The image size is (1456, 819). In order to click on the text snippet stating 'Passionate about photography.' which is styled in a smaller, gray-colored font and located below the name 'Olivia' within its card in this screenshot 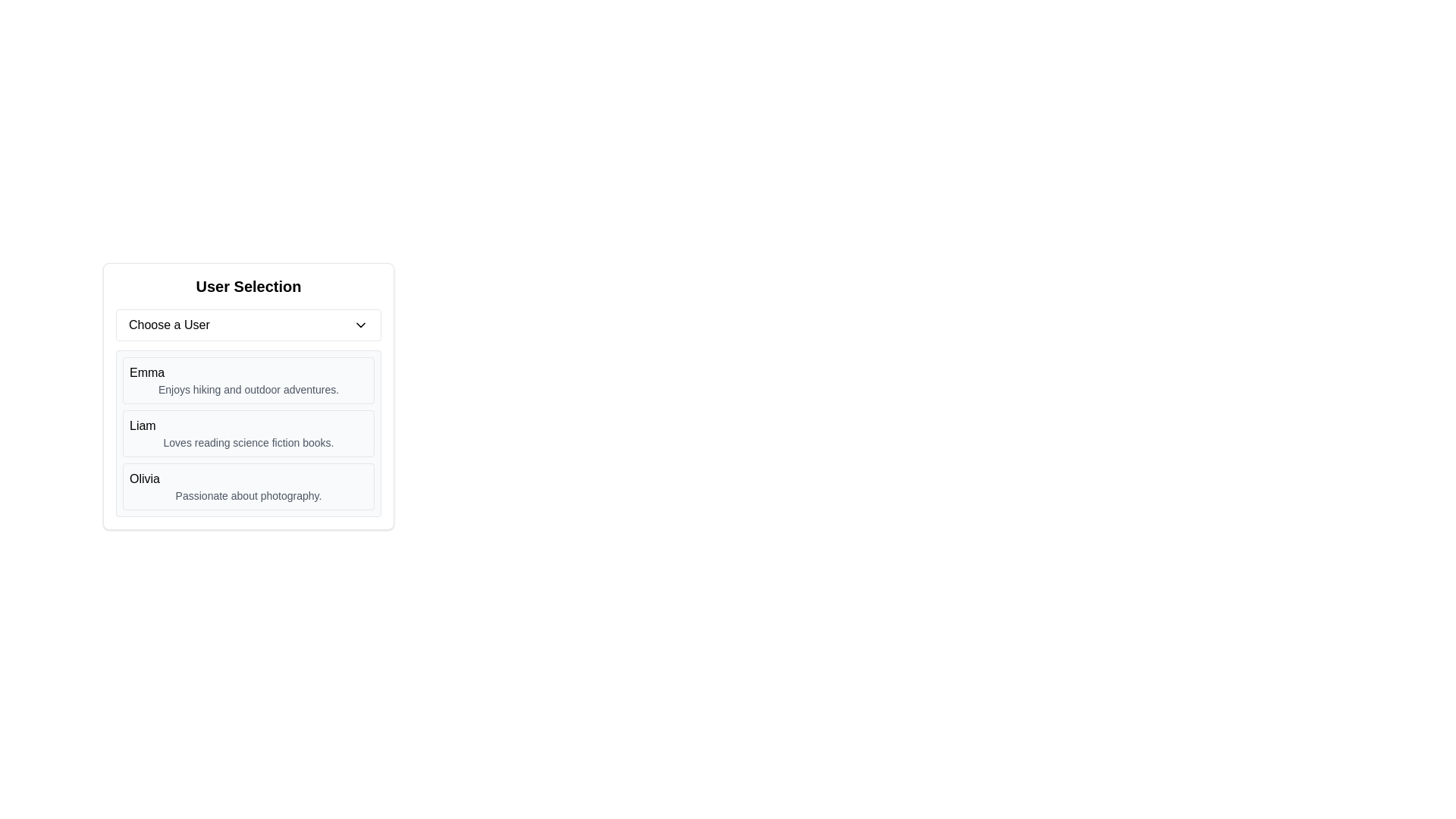, I will do `click(248, 496)`.